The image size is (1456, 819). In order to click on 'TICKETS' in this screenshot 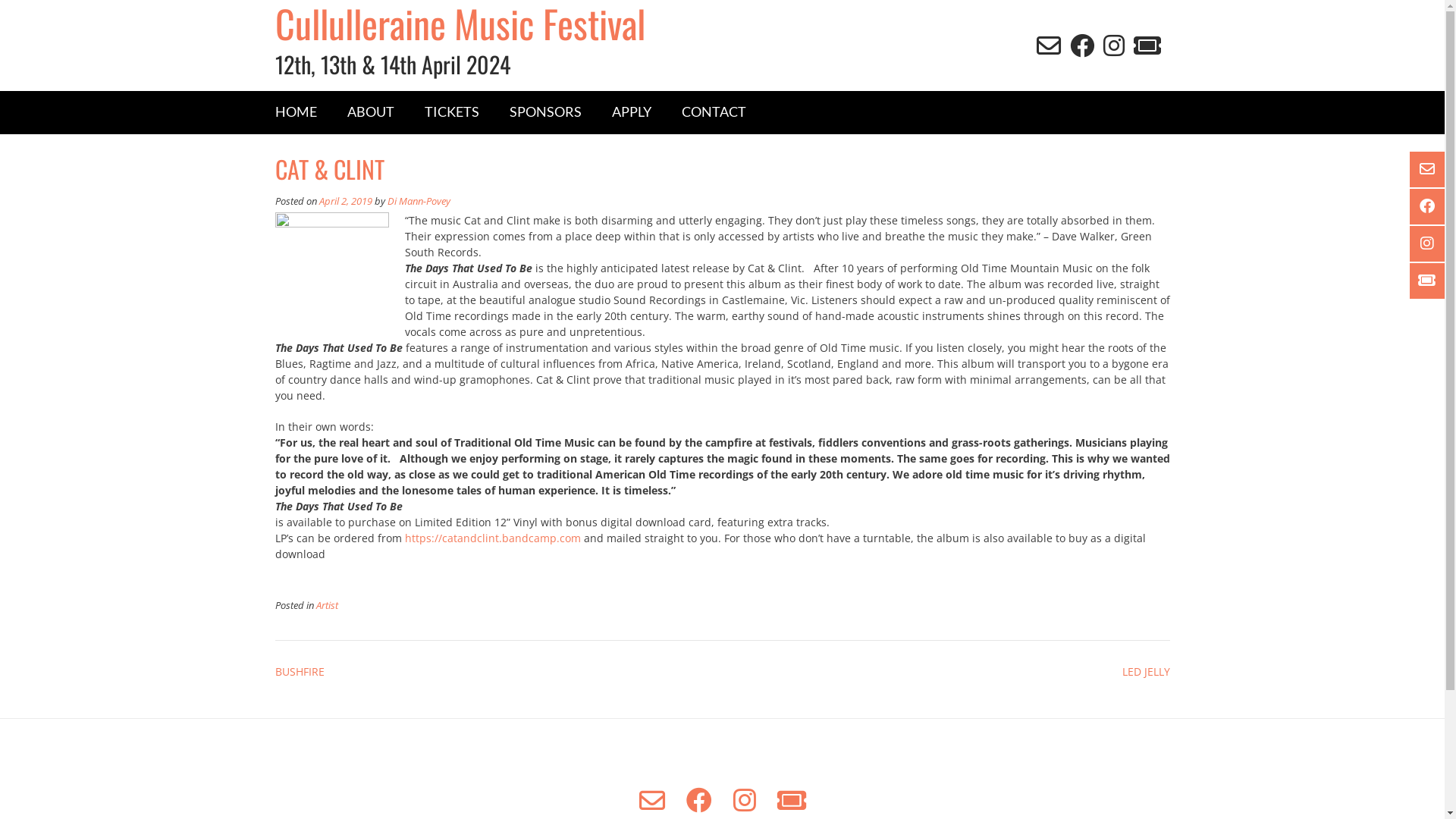, I will do `click(450, 111)`.